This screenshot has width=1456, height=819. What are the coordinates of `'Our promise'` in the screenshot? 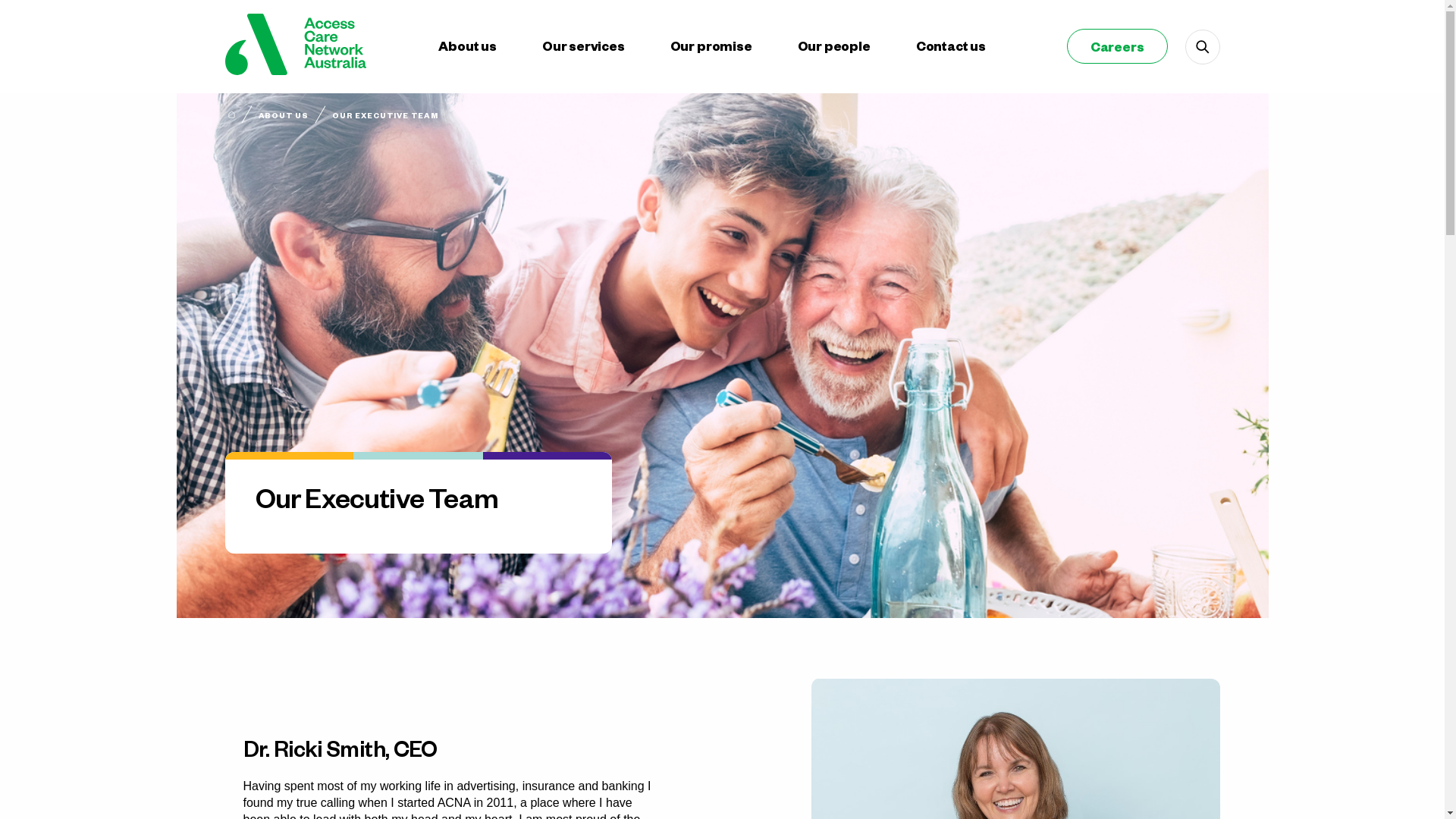 It's located at (710, 45).